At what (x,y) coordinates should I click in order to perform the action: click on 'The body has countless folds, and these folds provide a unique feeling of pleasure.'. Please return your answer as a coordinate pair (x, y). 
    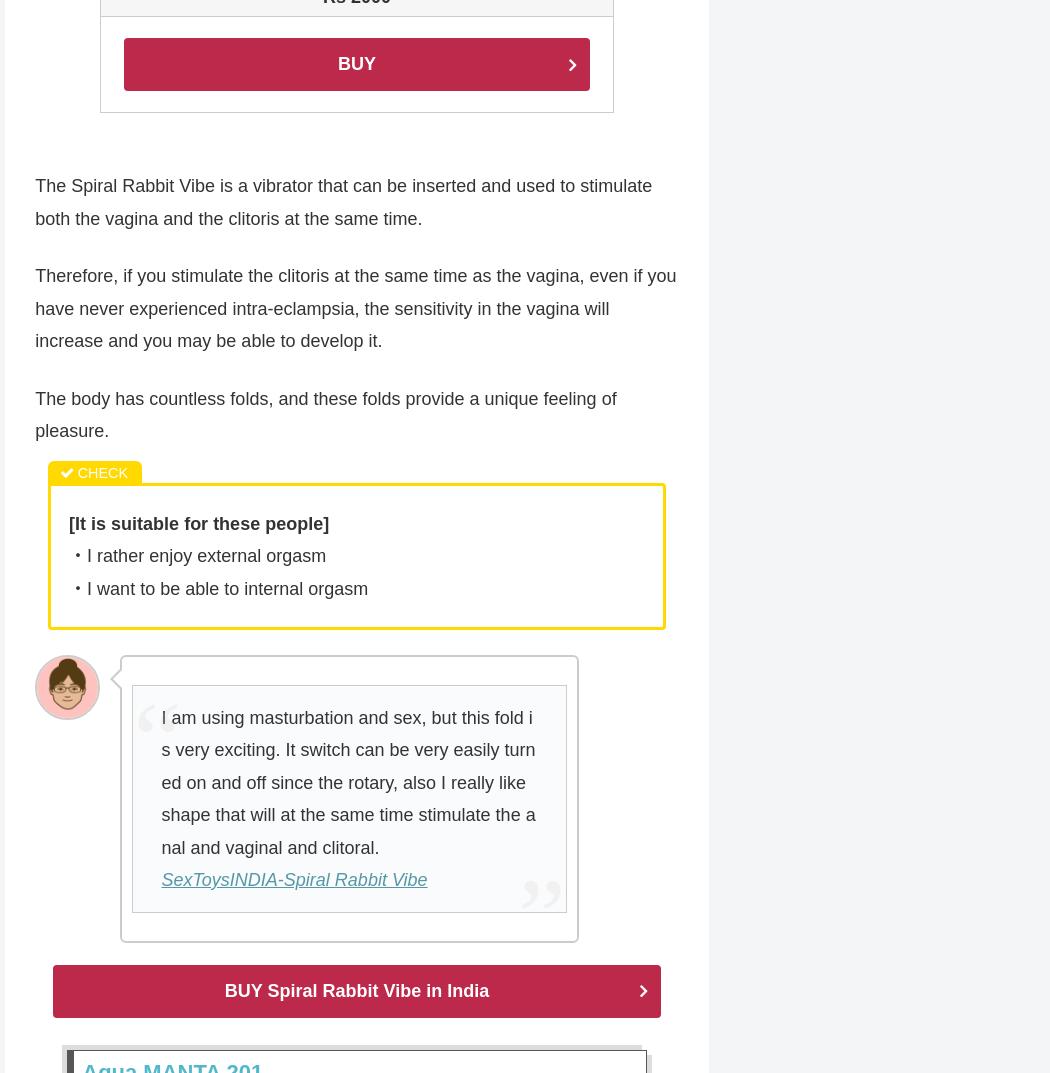
    Looking at the image, I should click on (325, 415).